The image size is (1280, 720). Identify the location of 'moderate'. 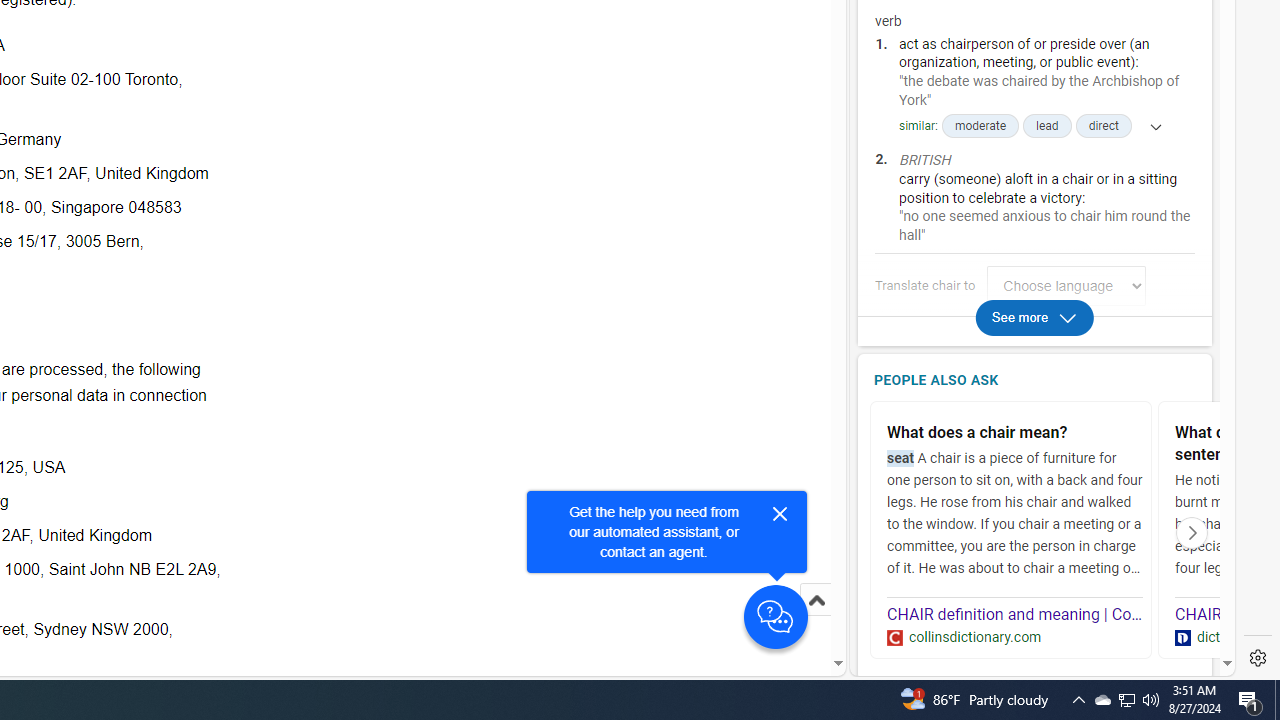
(980, 126).